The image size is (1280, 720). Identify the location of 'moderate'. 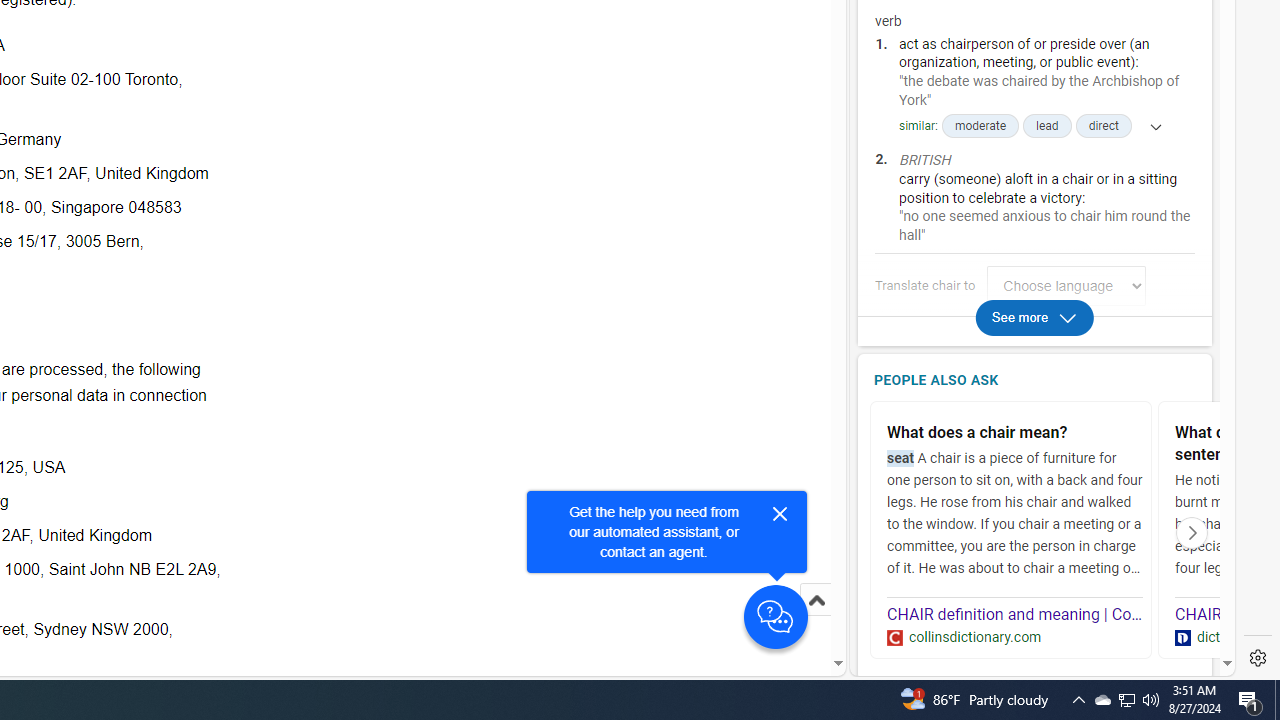
(980, 126).